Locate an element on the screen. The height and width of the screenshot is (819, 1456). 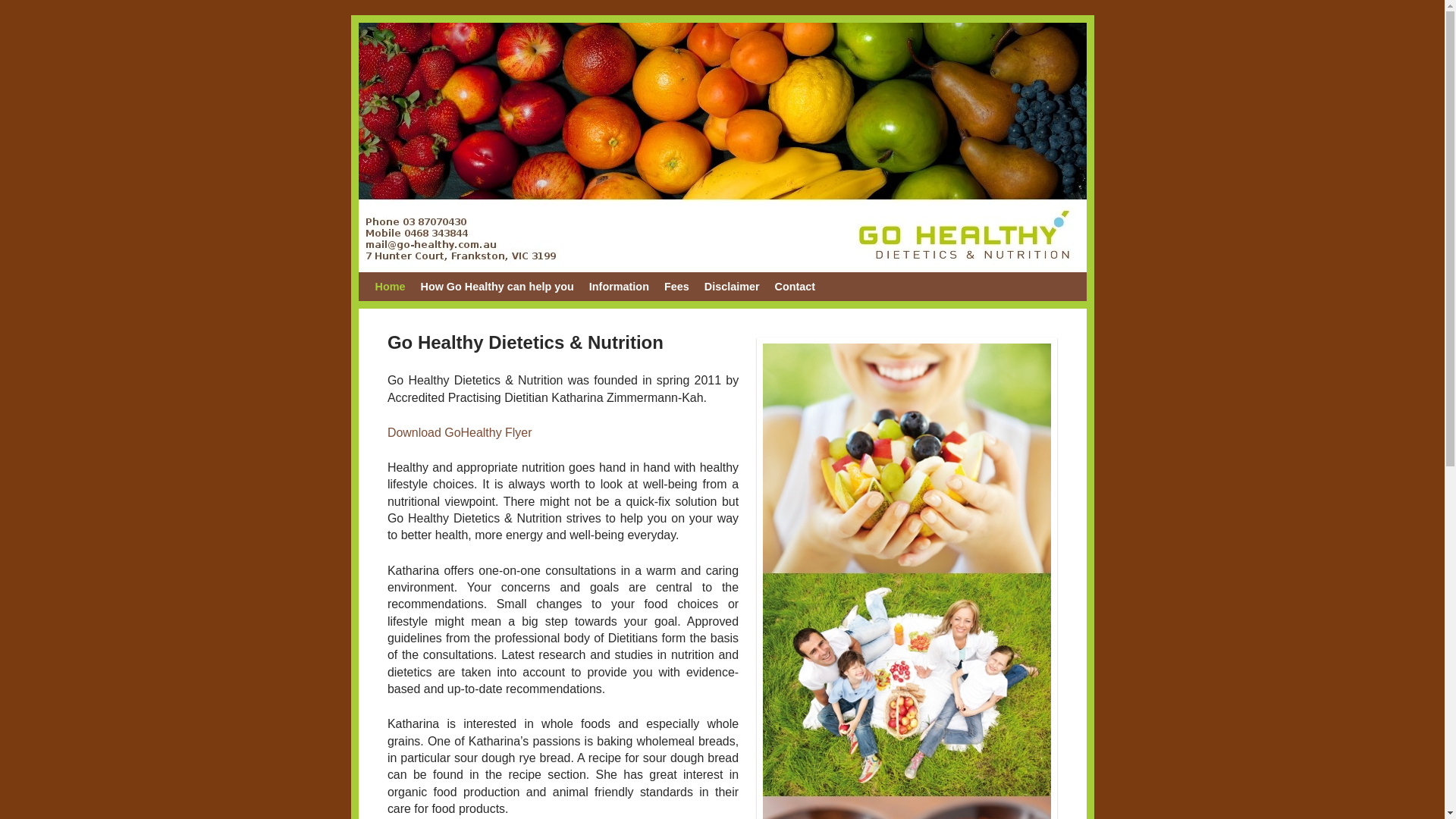
'Home' is located at coordinates (389, 287).